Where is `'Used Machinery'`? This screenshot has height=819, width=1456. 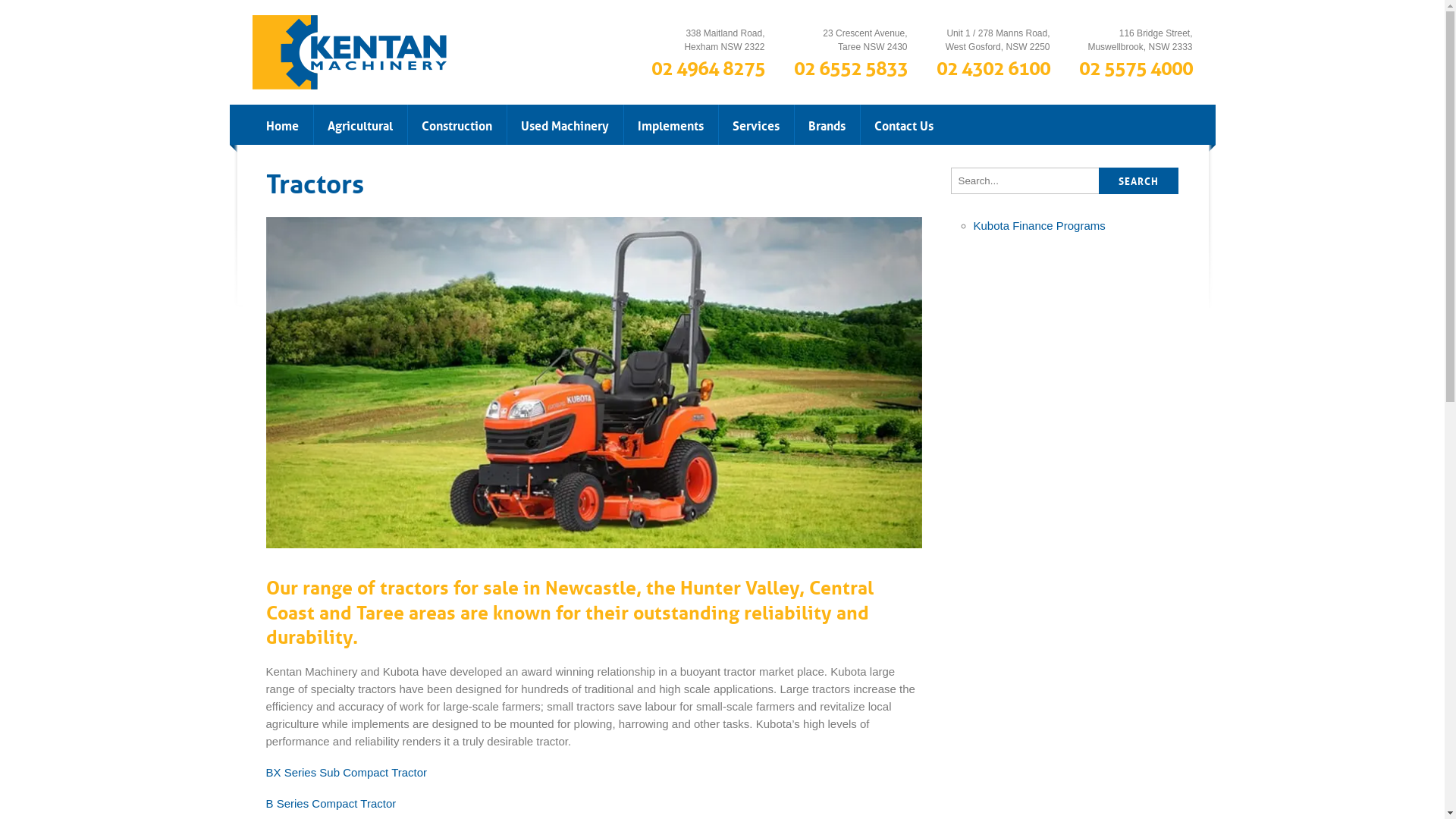
'Used Machinery' is located at coordinates (563, 124).